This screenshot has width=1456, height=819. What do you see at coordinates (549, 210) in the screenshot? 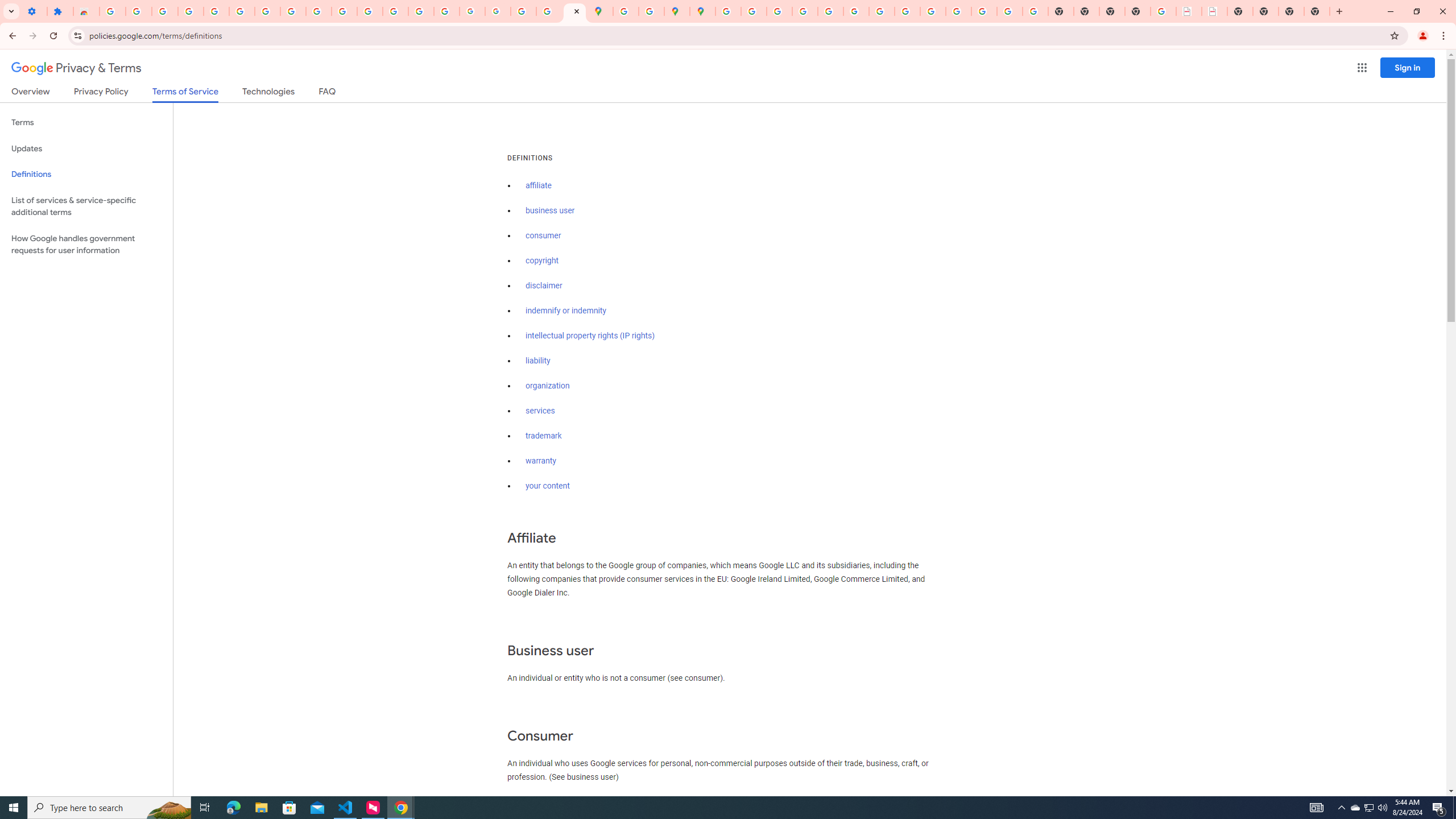
I see `'business user'` at bounding box center [549, 210].